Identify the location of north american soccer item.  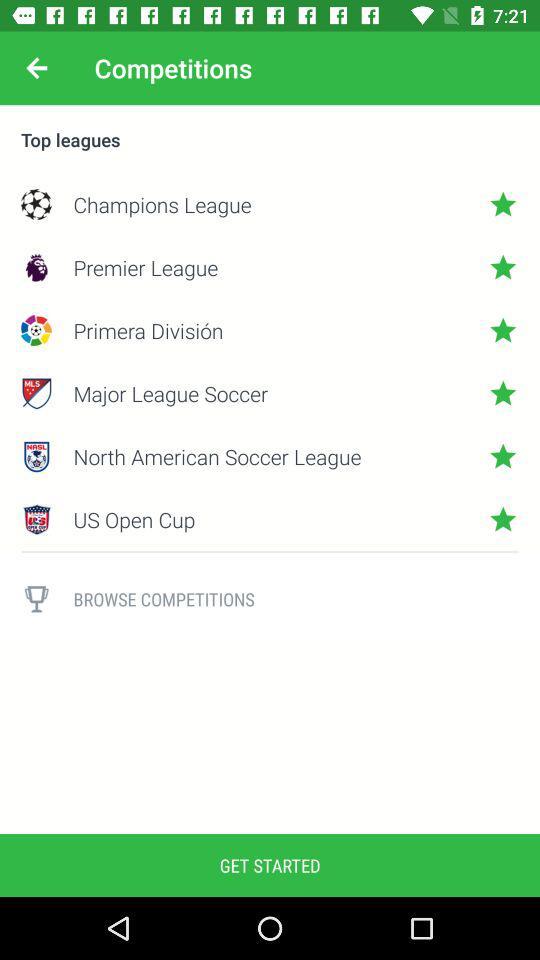
(270, 456).